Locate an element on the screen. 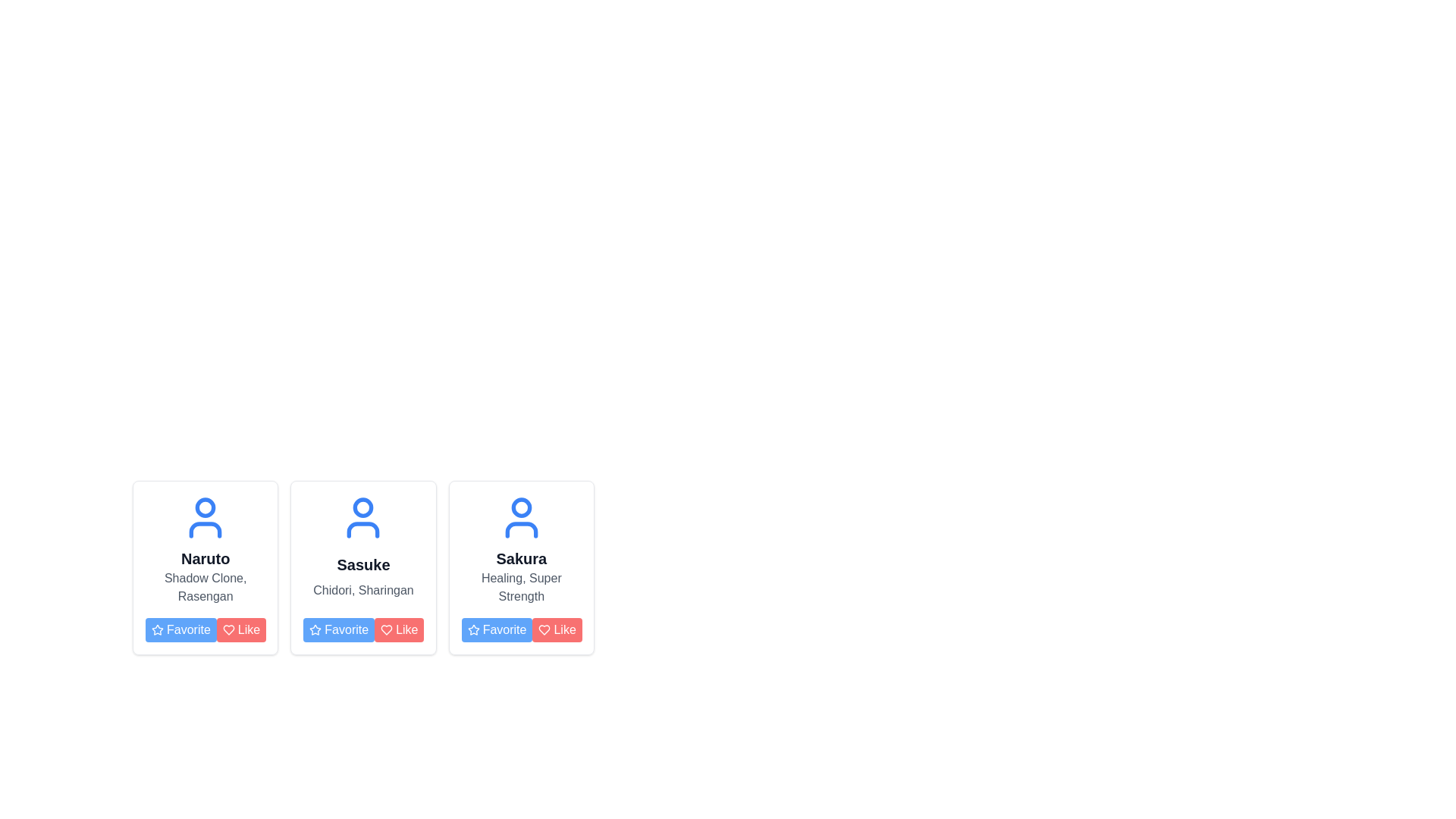  the circular user head icon located at the top of the leftmost user card in the row of user profiles is located at coordinates (205, 507).